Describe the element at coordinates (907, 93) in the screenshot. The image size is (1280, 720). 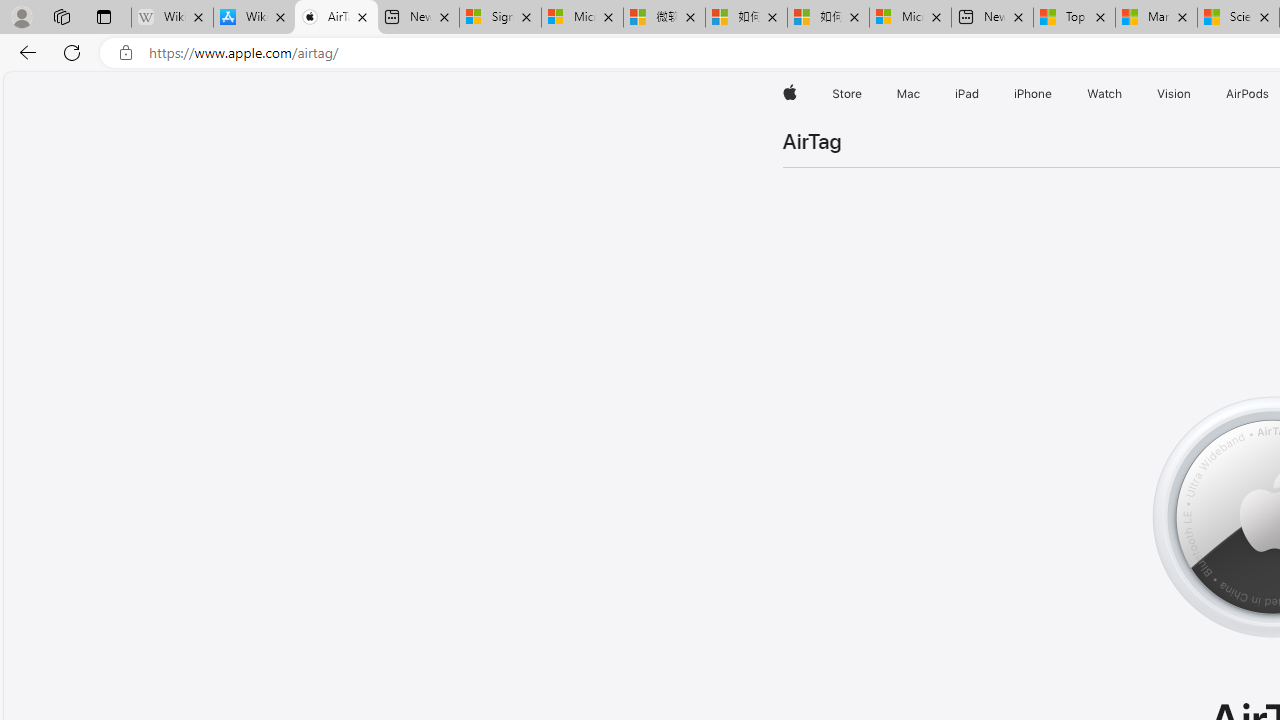
I see `'Mac'` at that location.